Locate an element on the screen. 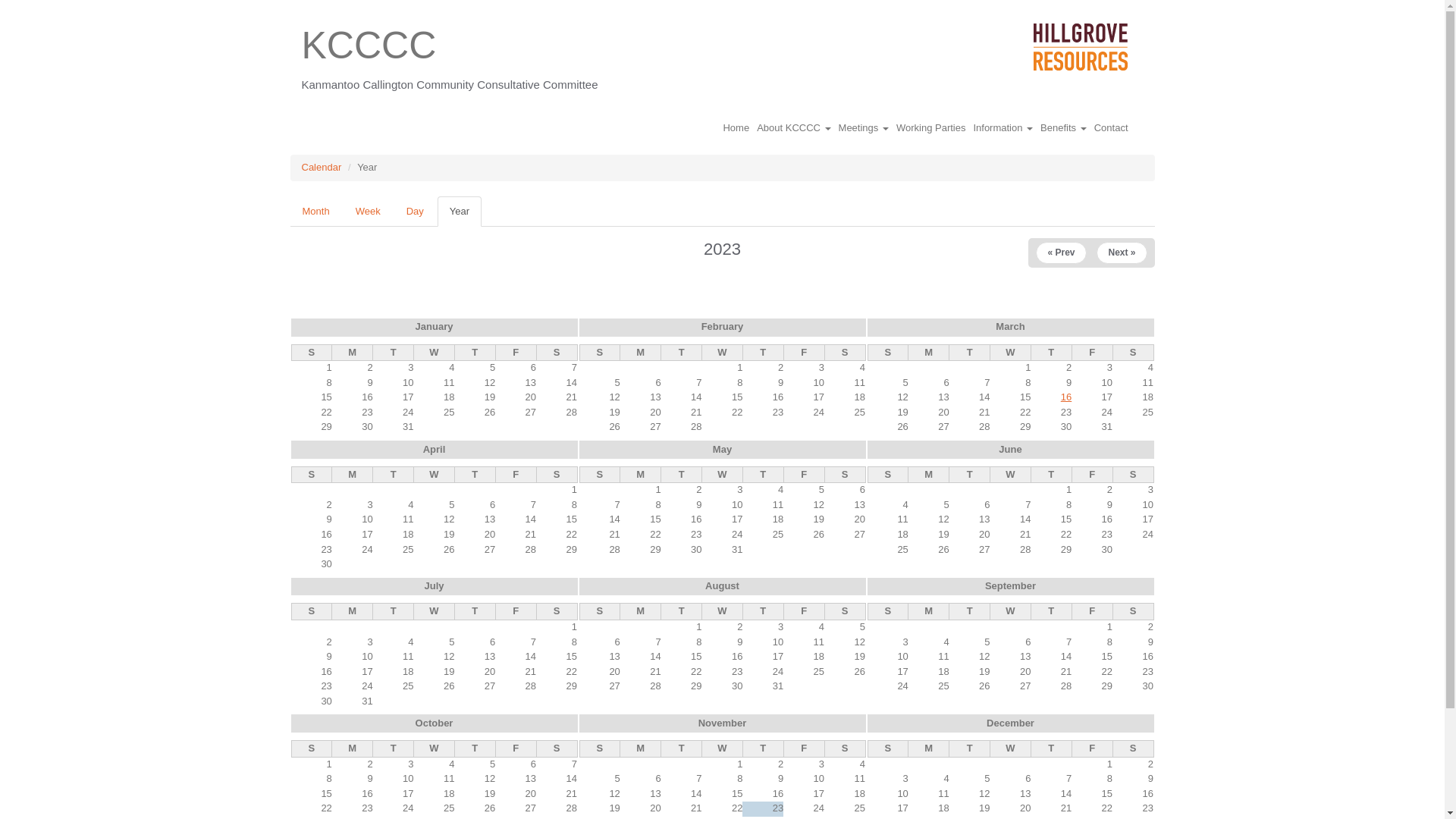 The height and width of the screenshot is (819, 1456). 'Information' is located at coordinates (1003, 127).